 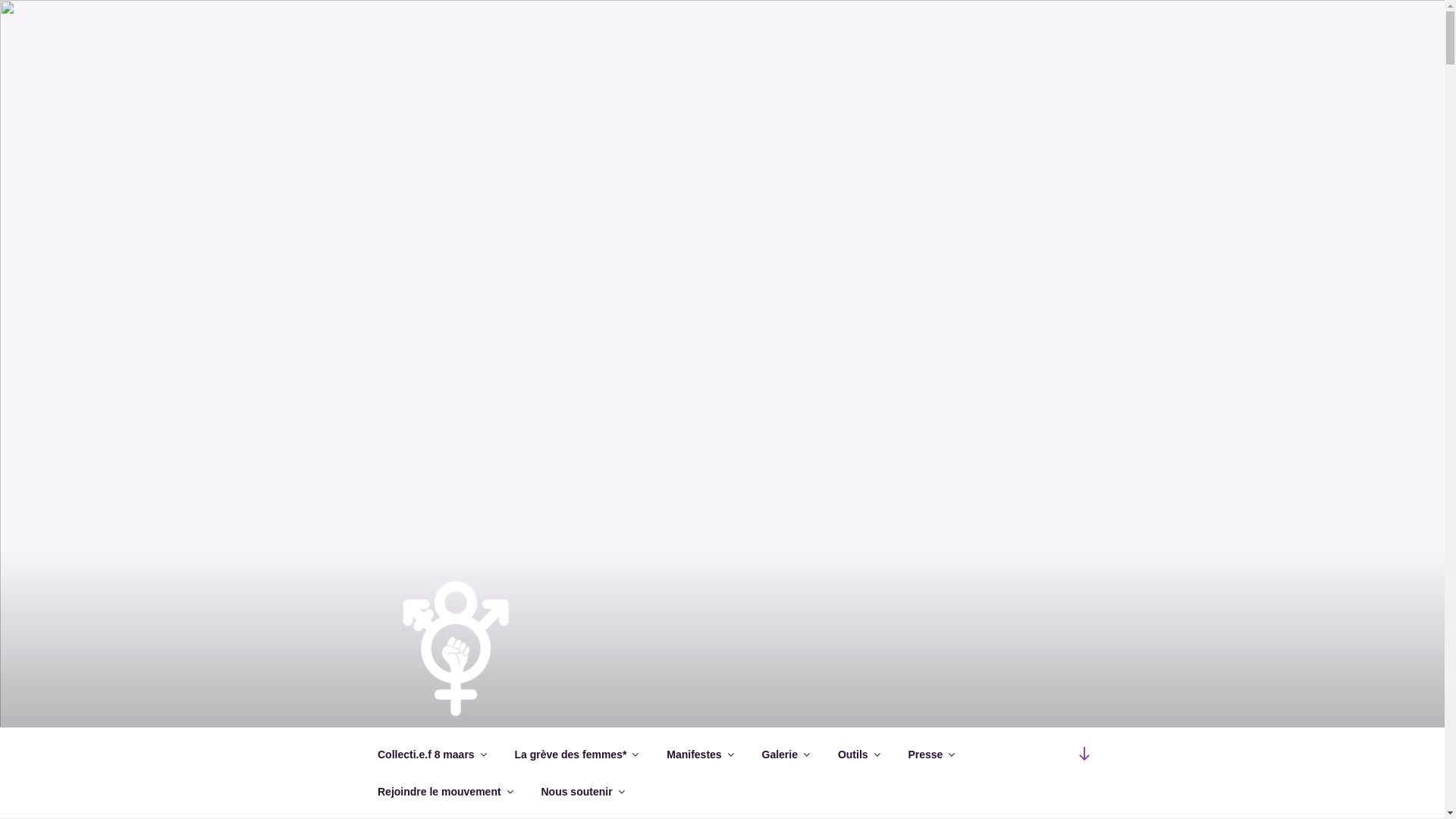 What do you see at coordinates (748, 754) in the screenshot?
I see `'Galerie'` at bounding box center [748, 754].